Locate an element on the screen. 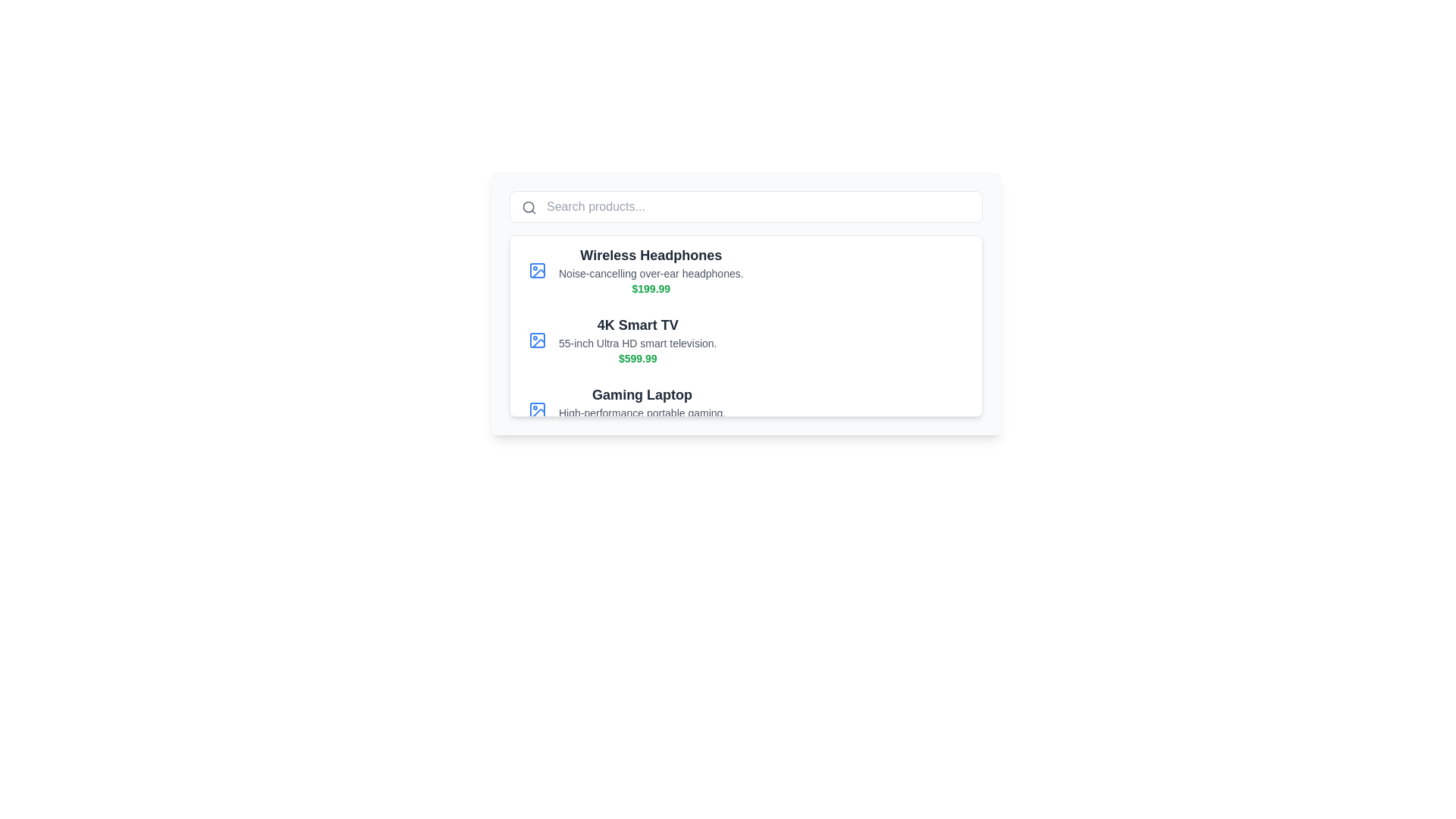  the first product listing item, which includes the name, description, and price, located slightly below the search bar is located at coordinates (651, 270).